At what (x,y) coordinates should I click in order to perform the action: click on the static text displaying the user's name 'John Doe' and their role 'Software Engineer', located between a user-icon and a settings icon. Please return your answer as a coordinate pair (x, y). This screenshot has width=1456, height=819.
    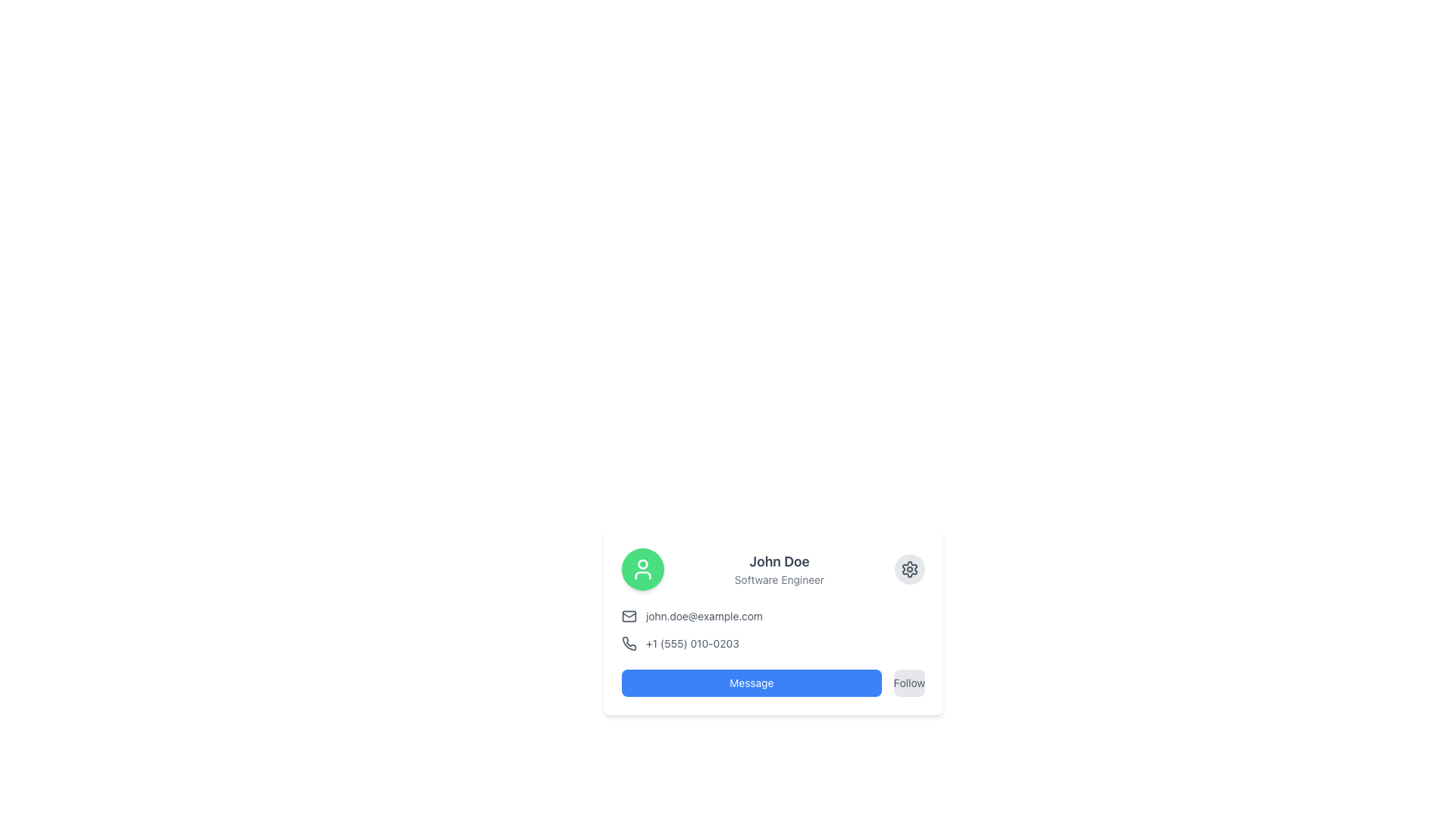
    Looking at the image, I should click on (779, 570).